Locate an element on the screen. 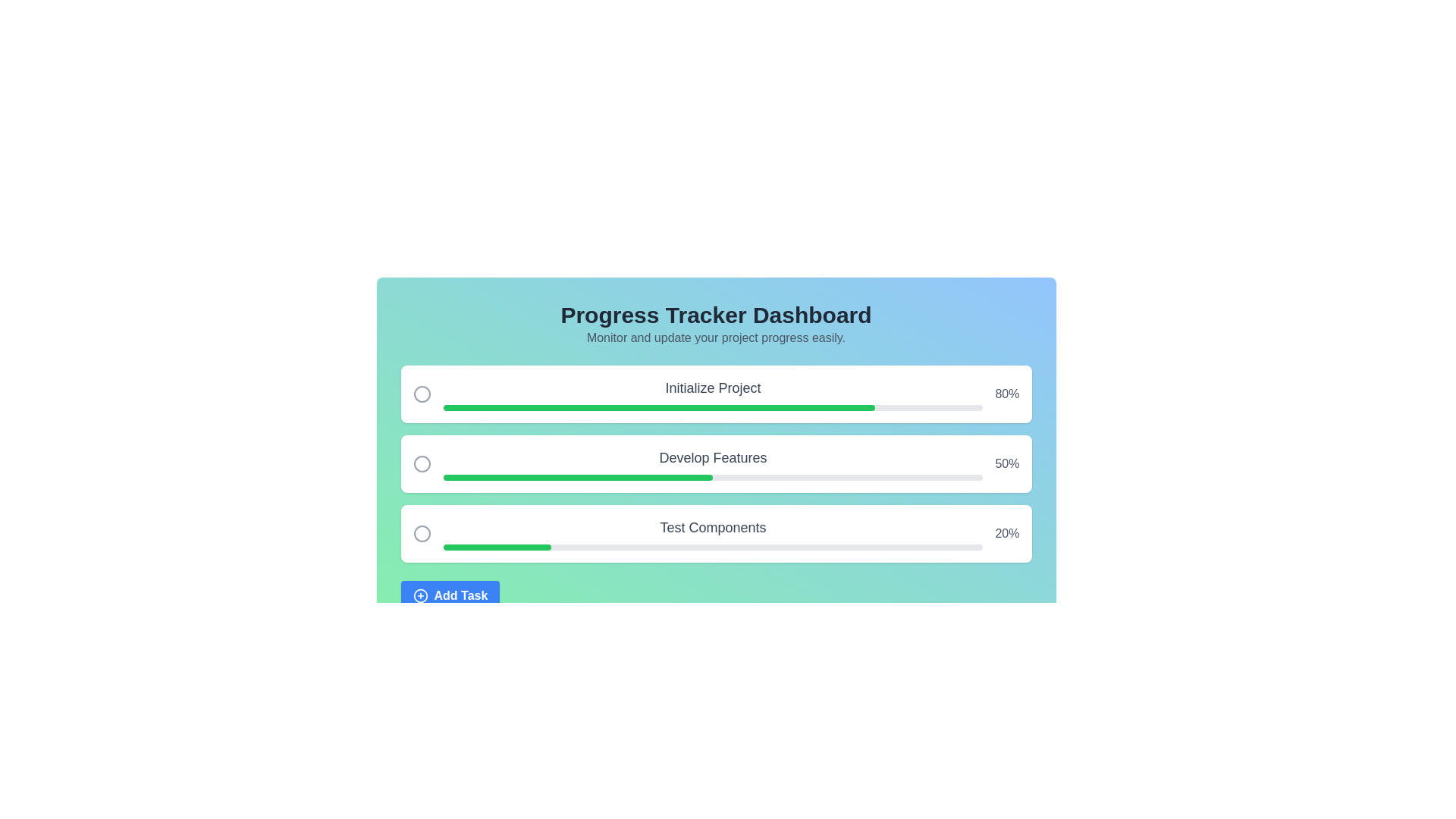  the progress bar of the Progress tracker that displays the completion progress of the task labeled 'Develop Features' is located at coordinates (715, 463).